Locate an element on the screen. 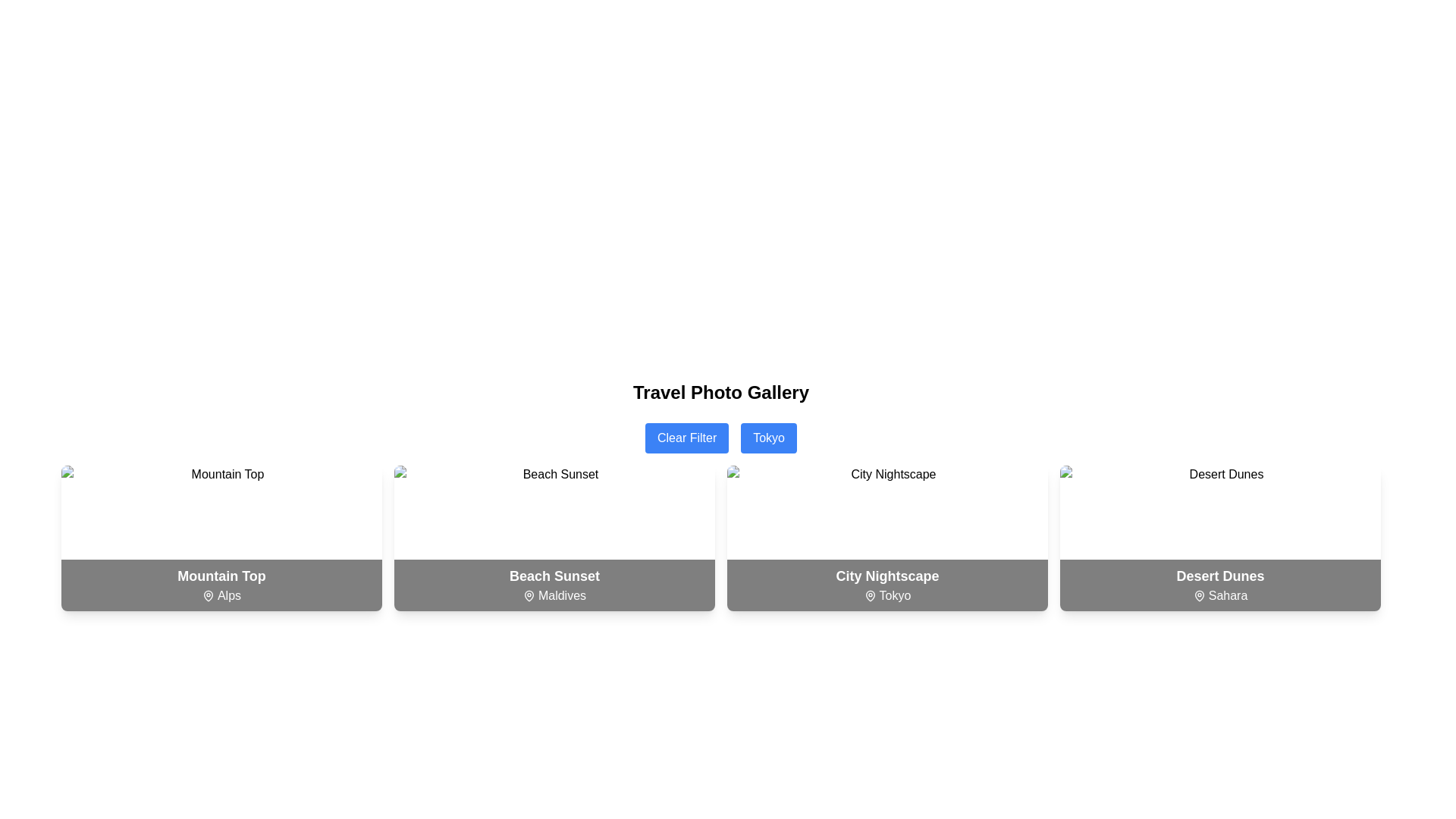 The height and width of the screenshot is (819, 1456). the 'Tokyo' filter button, which is the second button in a group of two is located at coordinates (769, 438).